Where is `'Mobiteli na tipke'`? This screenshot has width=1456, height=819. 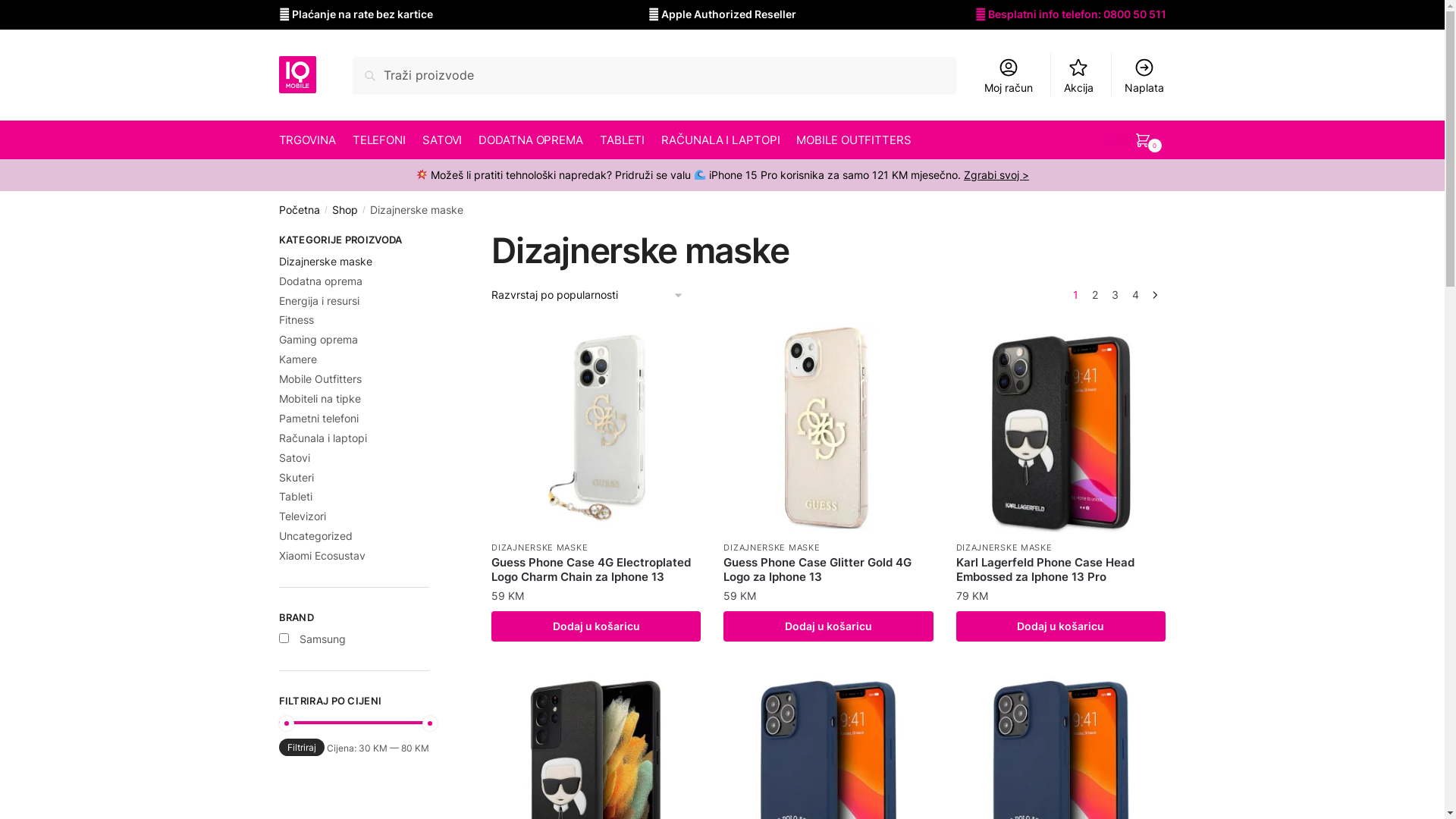 'Mobiteli na tipke' is located at coordinates (279, 397).